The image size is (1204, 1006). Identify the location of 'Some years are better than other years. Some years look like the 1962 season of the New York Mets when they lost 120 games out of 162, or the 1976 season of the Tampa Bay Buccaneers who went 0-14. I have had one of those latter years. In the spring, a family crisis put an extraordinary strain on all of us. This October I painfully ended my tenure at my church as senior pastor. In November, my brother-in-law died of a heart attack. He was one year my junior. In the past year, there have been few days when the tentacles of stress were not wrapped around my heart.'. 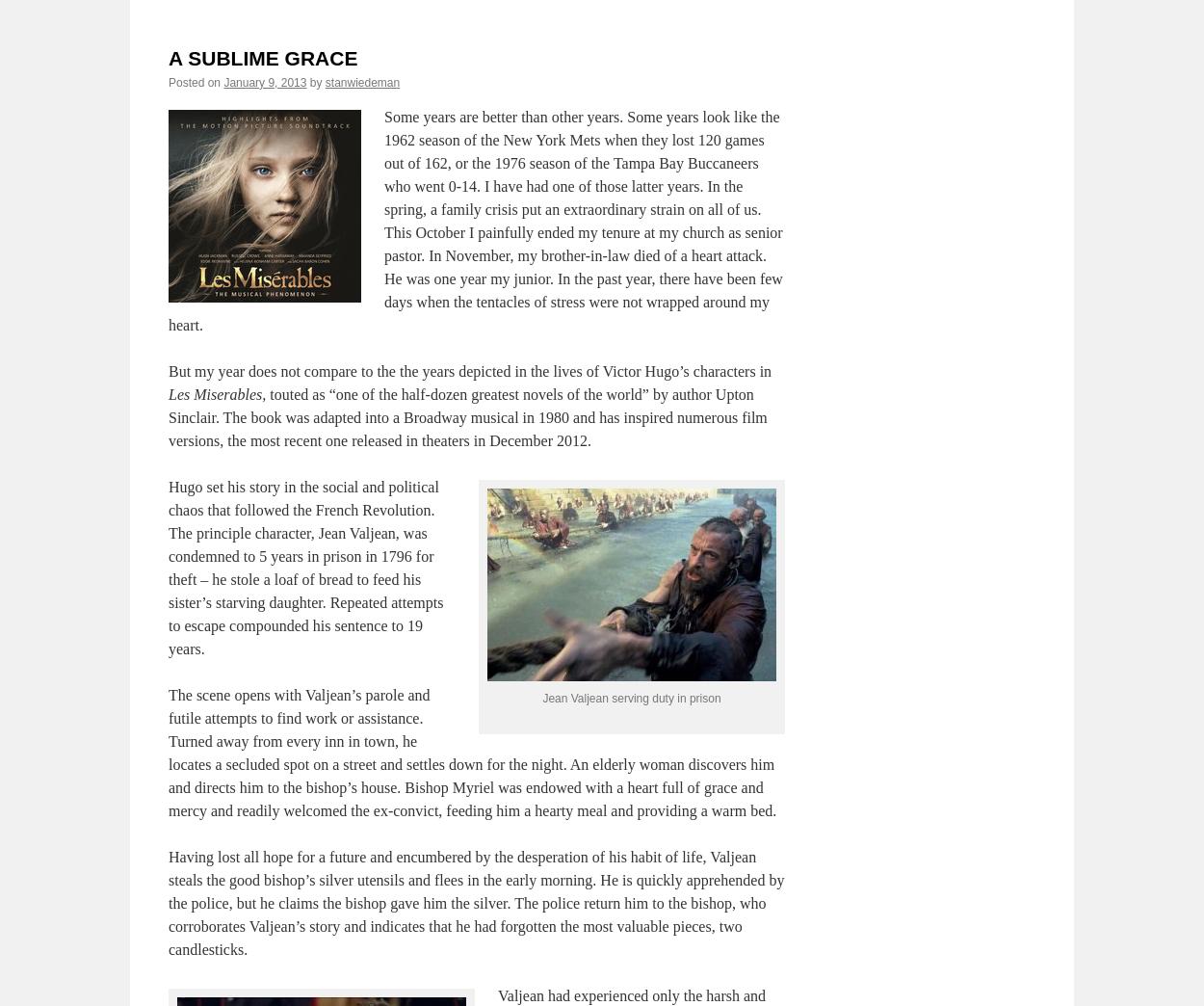
(474, 220).